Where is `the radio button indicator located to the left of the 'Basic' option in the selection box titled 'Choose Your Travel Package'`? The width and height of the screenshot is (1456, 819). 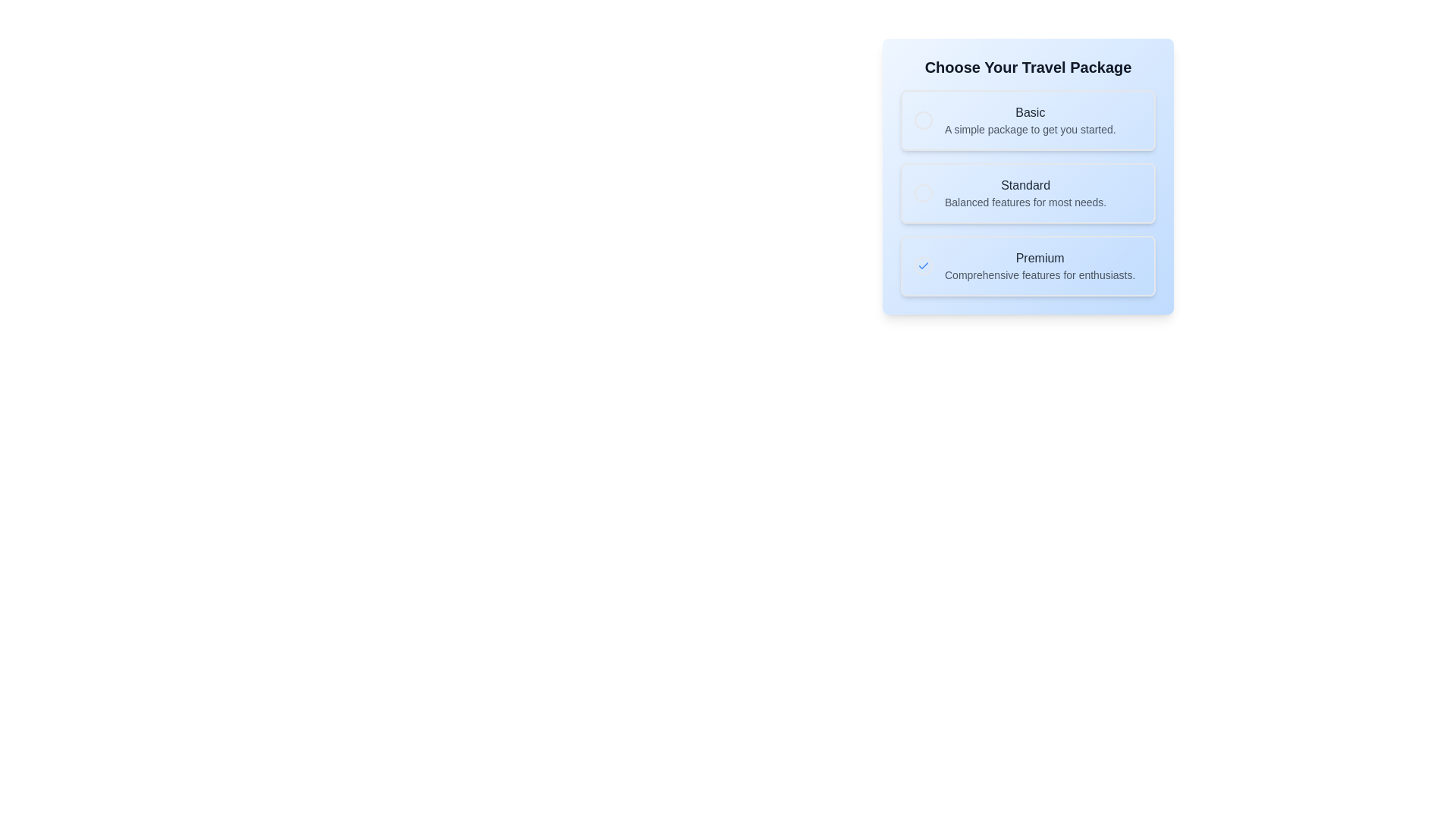 the radio button indicator located to the left of the 'Basic' option in the selection box titled 'Choose Your Travel Package' is located at coordinates (923, 119).